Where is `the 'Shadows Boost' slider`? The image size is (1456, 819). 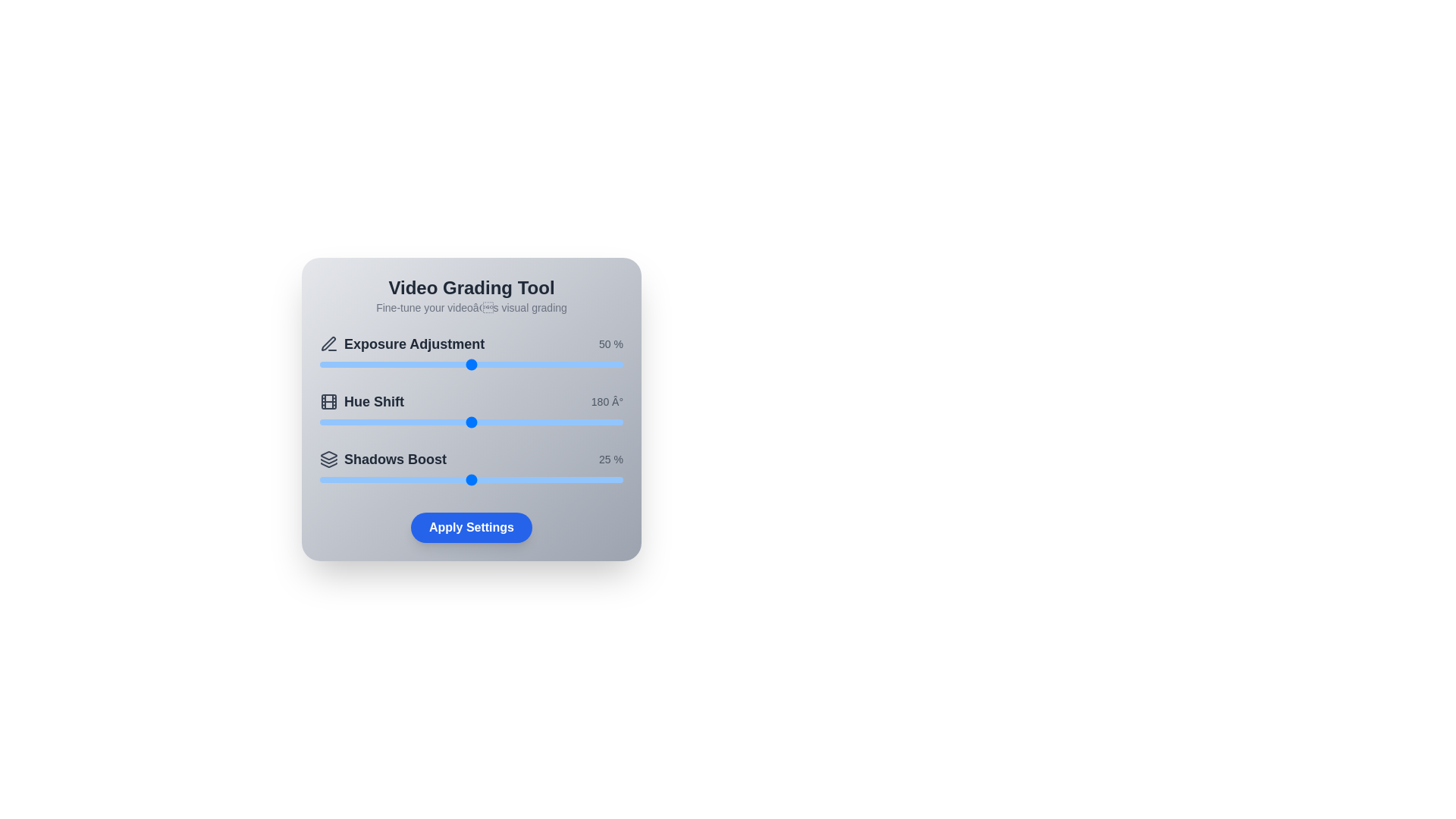 the 'Shadows Boost' slider is located at coordinates (465, 479).